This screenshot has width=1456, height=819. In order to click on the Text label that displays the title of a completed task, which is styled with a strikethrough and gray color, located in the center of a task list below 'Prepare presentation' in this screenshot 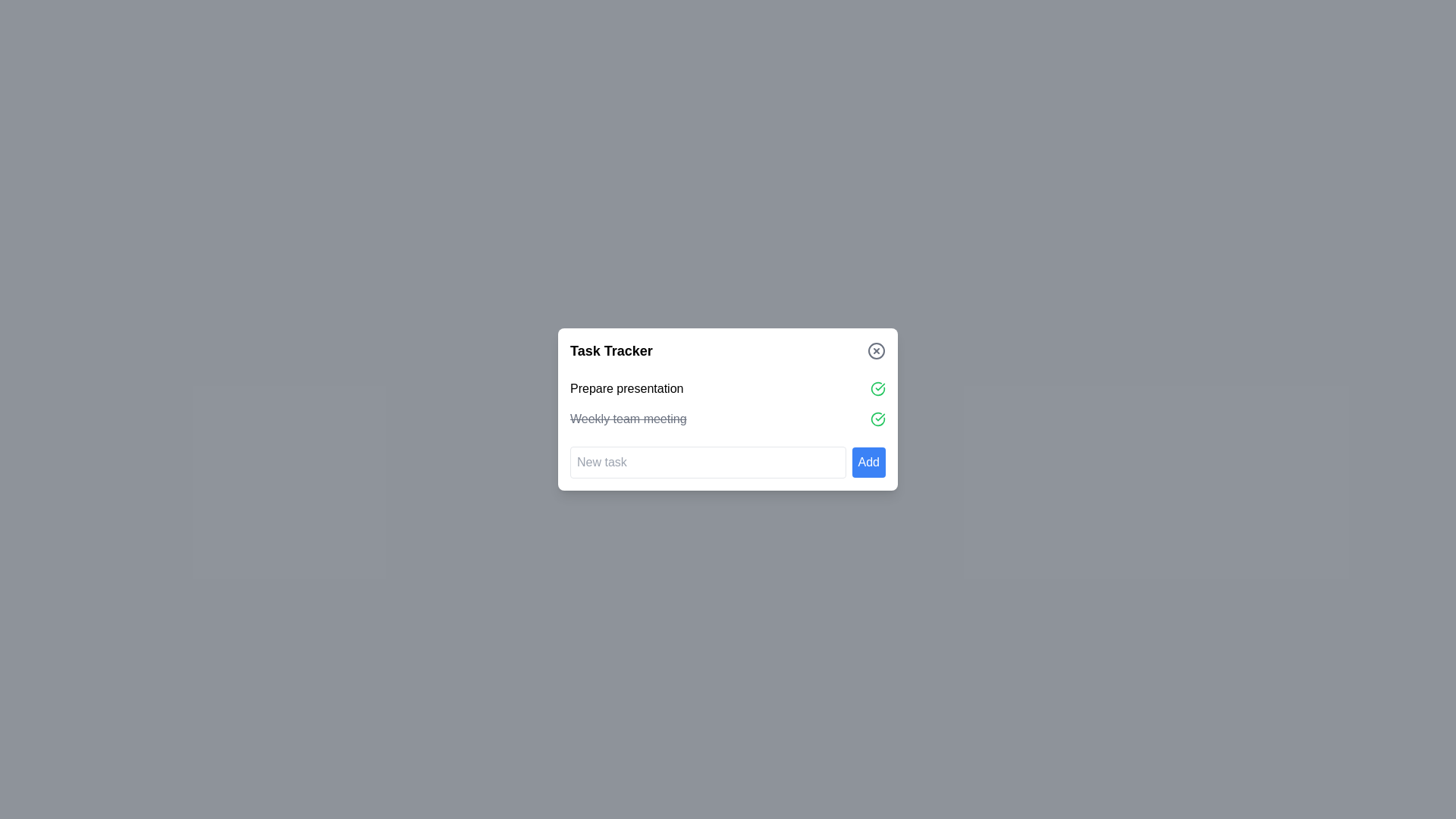, I will do `click(628, 419)`.